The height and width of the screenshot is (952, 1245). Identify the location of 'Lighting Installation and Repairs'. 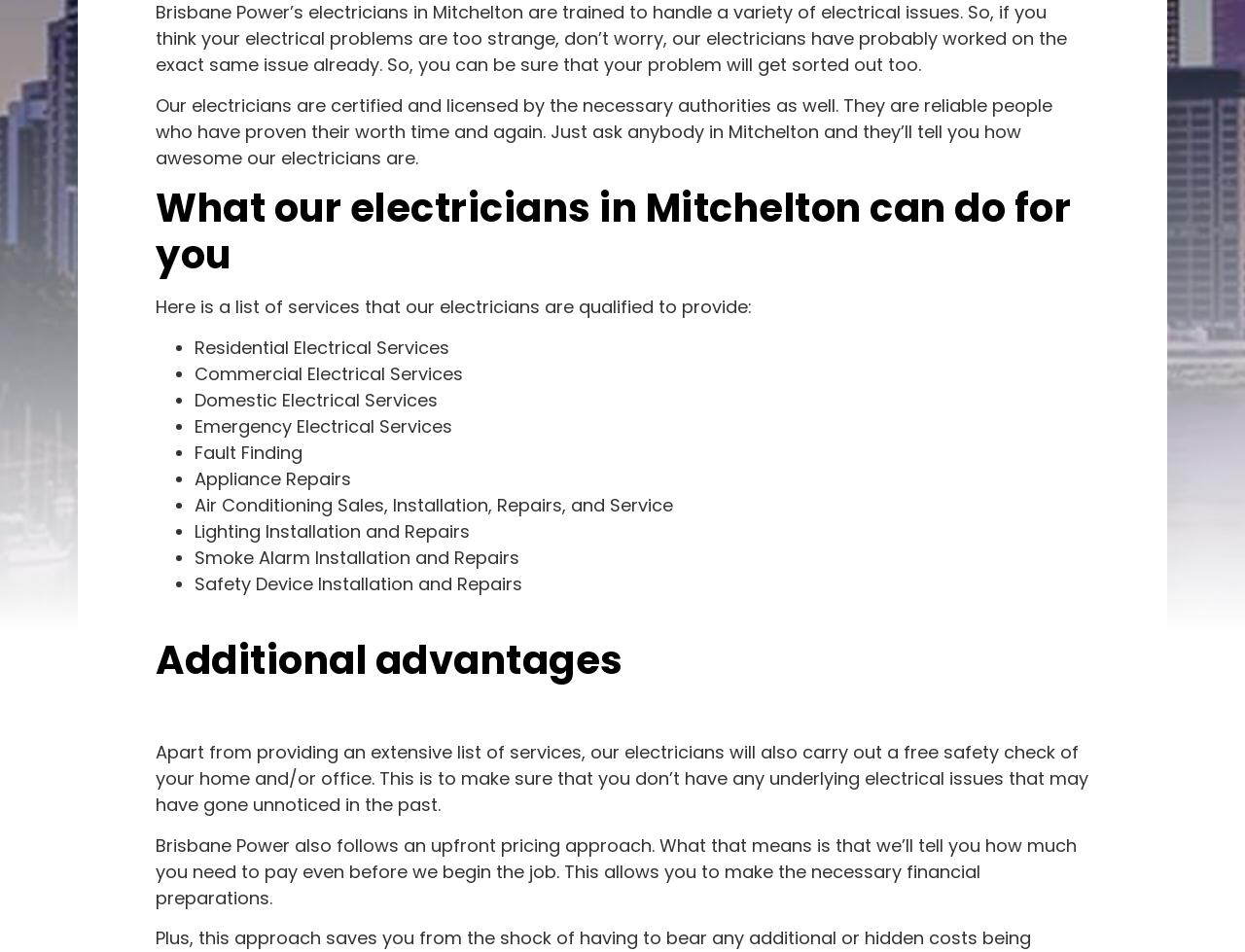
(332, 529).